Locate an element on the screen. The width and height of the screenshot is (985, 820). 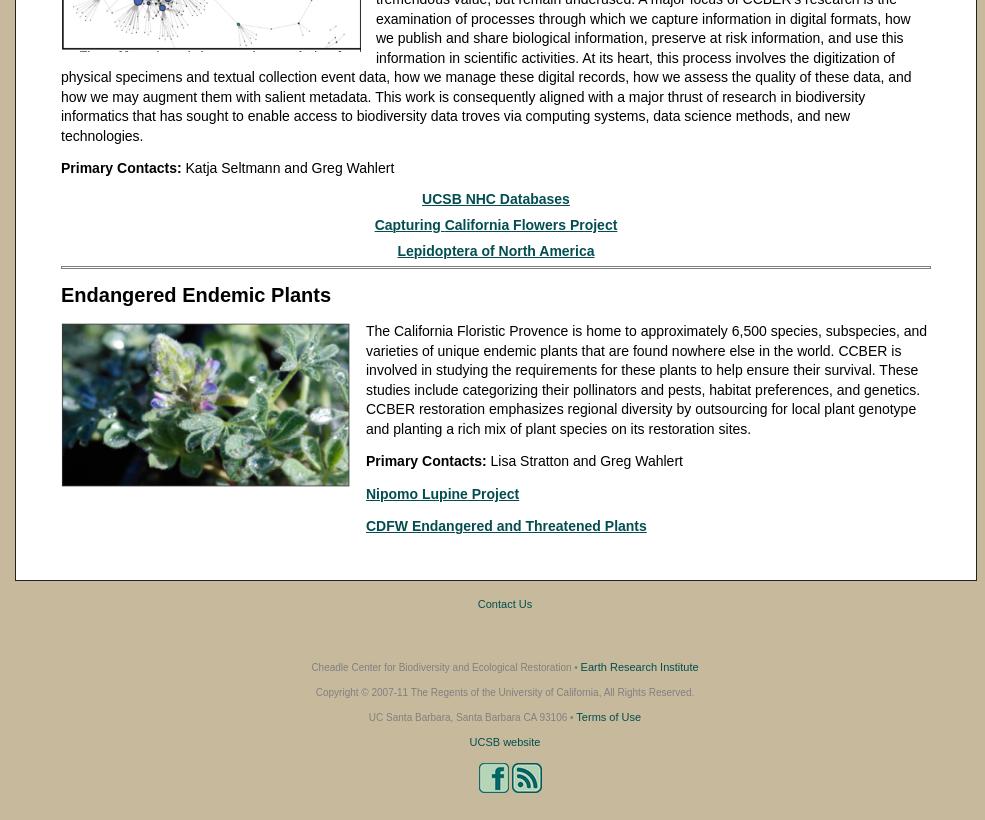
'CDFW Endangered and Threatened Plants' is located at coordinates (505, 525).